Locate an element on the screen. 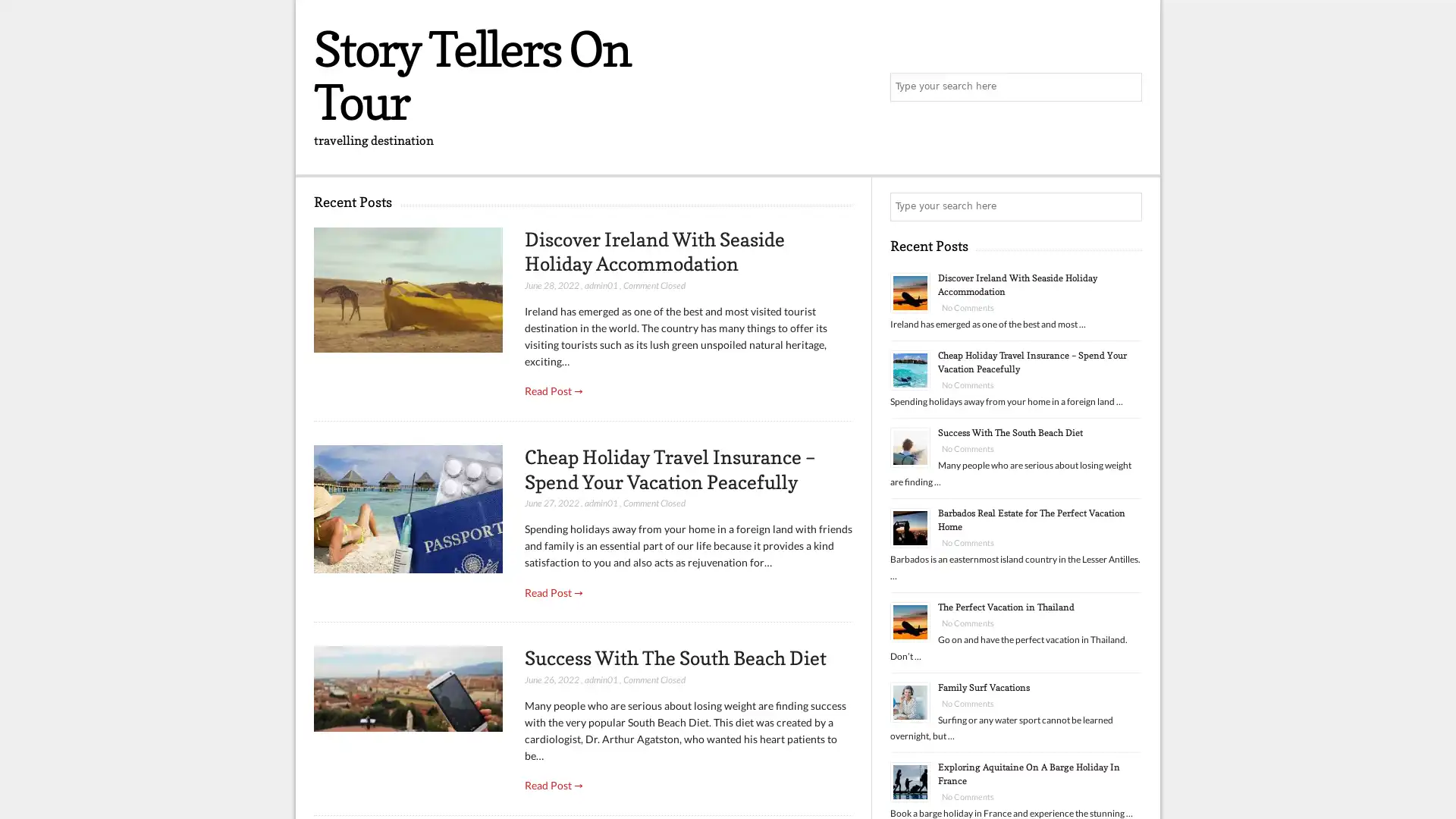 Image resolution: width=1456 pixels, height=819 pixels. Search is located at coordinates (1126, 87).